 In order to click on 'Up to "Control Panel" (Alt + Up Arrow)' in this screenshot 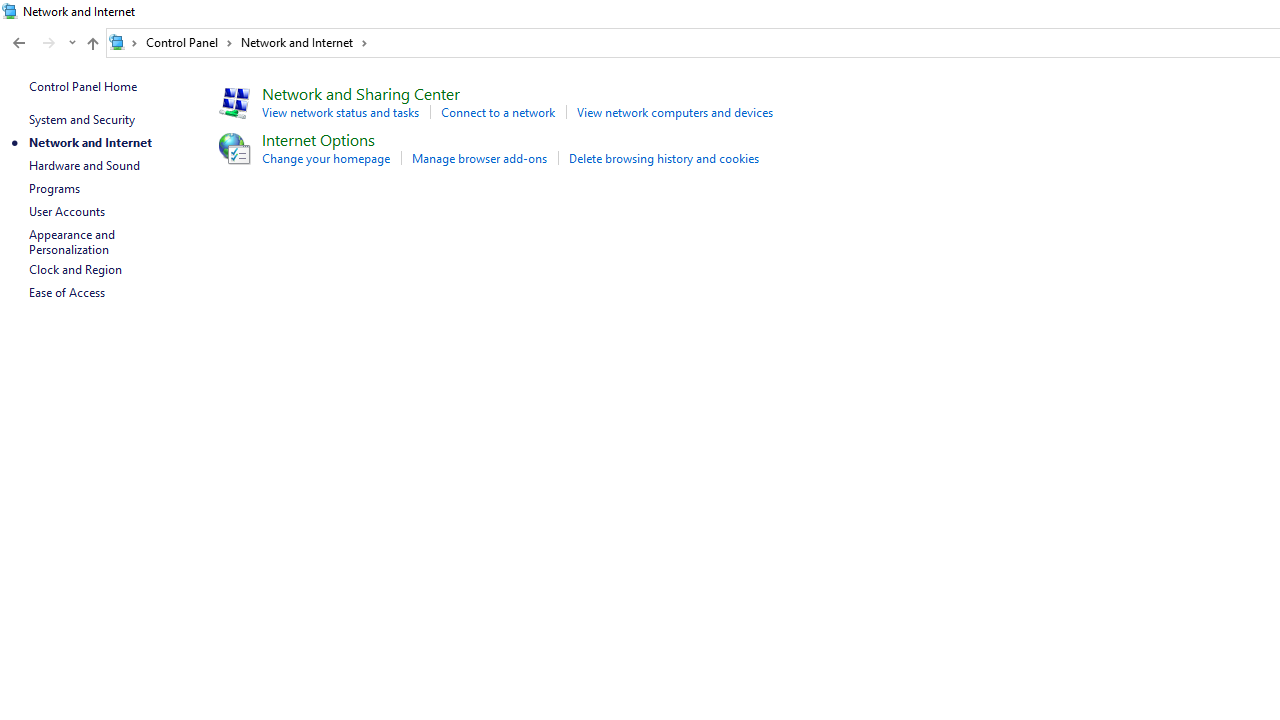, I will do `click(91, 43)`.